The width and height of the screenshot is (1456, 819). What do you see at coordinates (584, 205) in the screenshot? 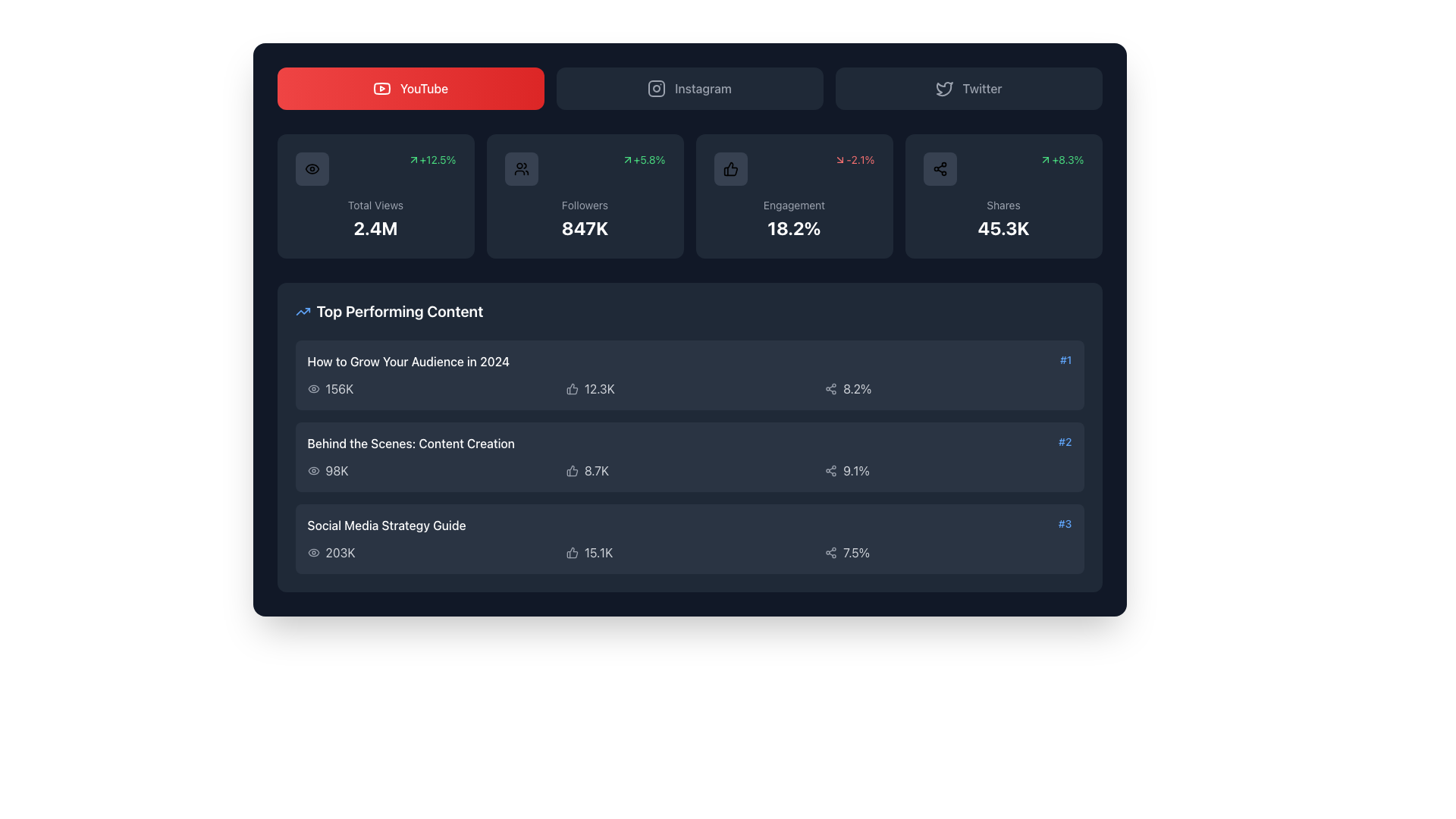
I see `the text label that reads 'Followers', which is positioned above the numeric value '847K' and below icons and percentage indicators in the card layout` at bounding box center [584, 205].